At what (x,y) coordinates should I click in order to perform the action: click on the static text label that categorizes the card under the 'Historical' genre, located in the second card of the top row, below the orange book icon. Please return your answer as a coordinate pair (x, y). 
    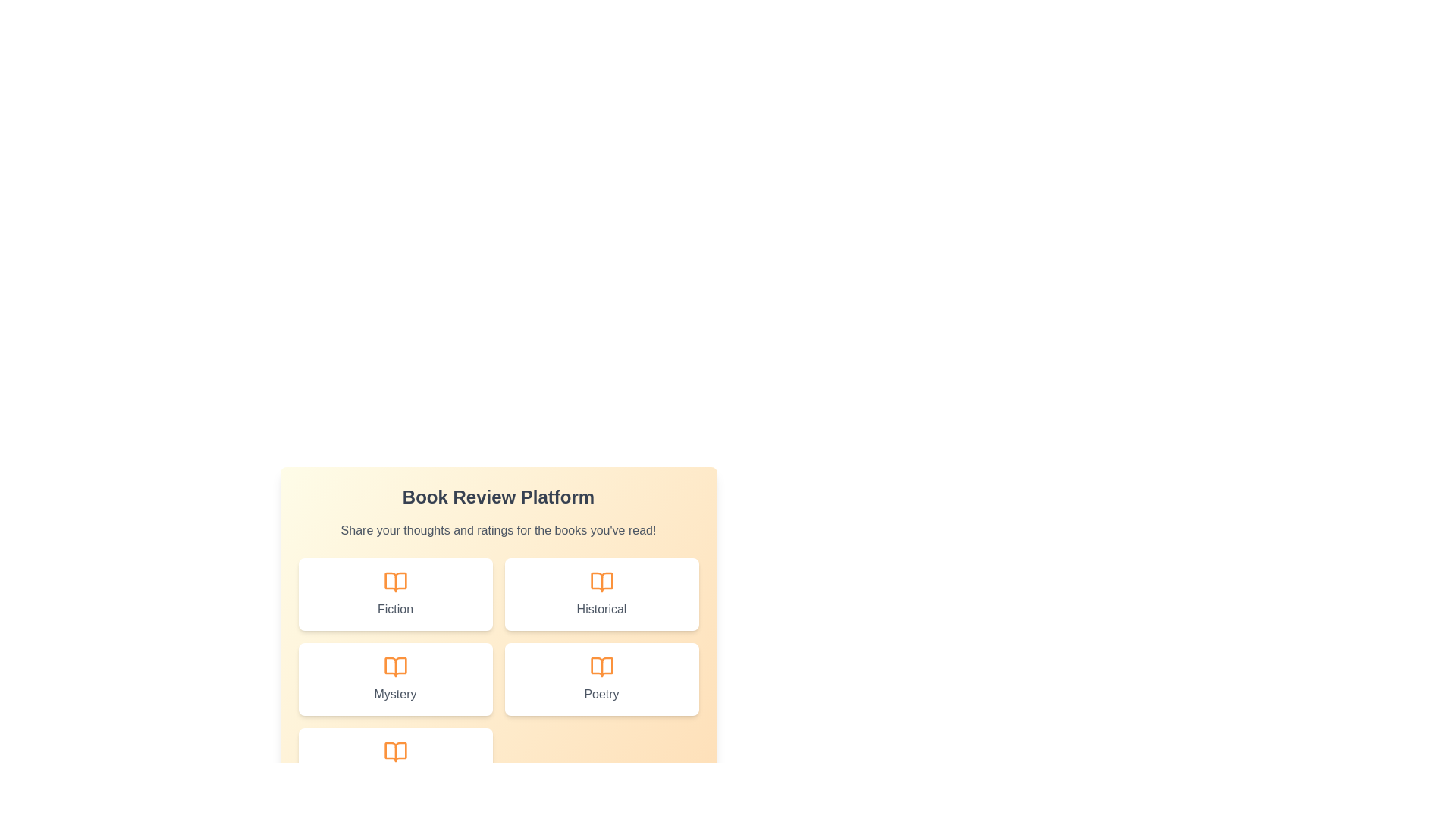
    Looking at the image, I should click on (601, 608).